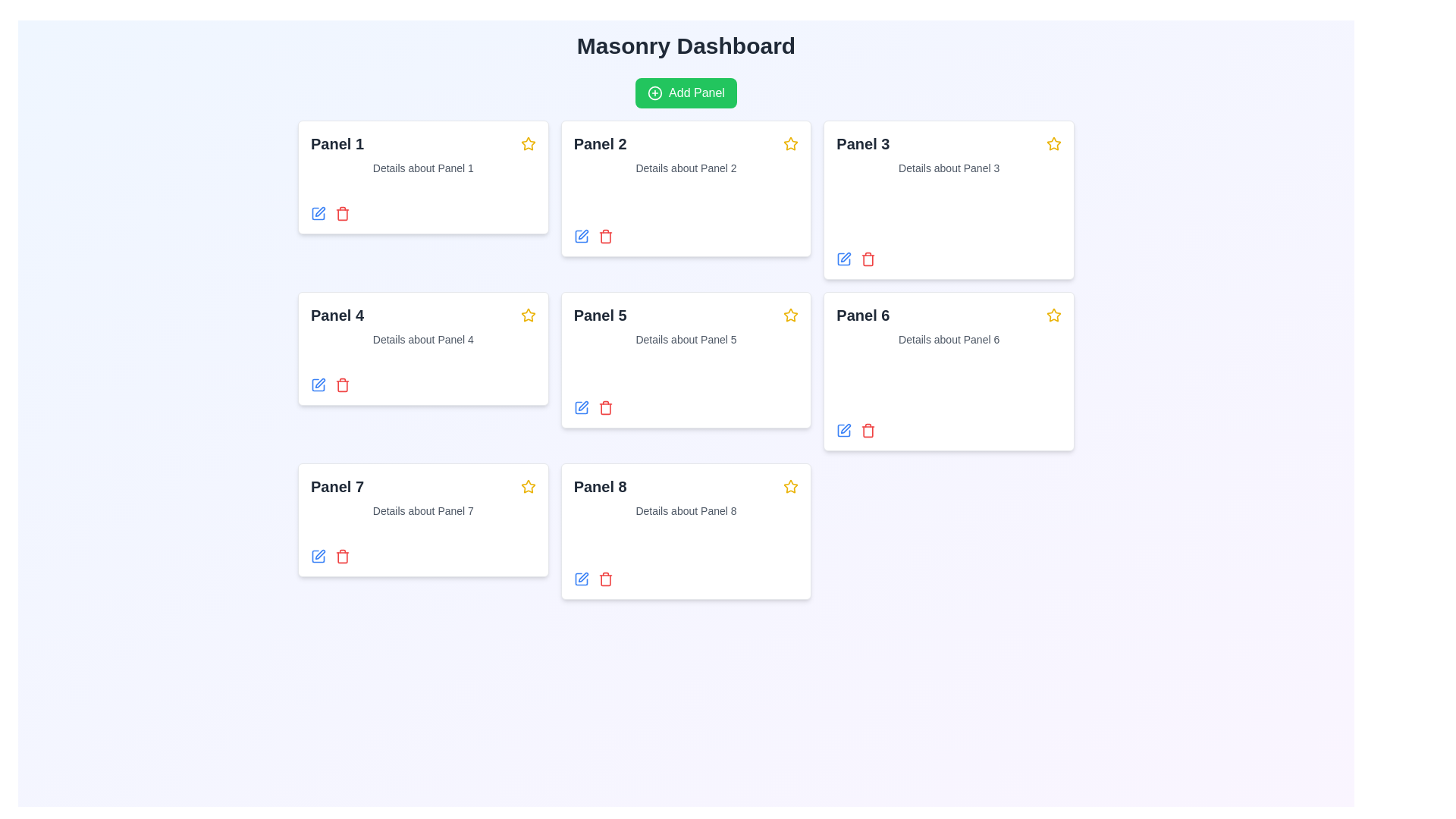 Image resolution: width=1456 pixels, height=819 pixels. What do you see at coordinates (863, 315) in the screenshot?
I see `the bold, extra-large heading text label that reads 'Panel 6' located in the second column and second row of the Masonry Dashboard` at bounding box center [863, 315].